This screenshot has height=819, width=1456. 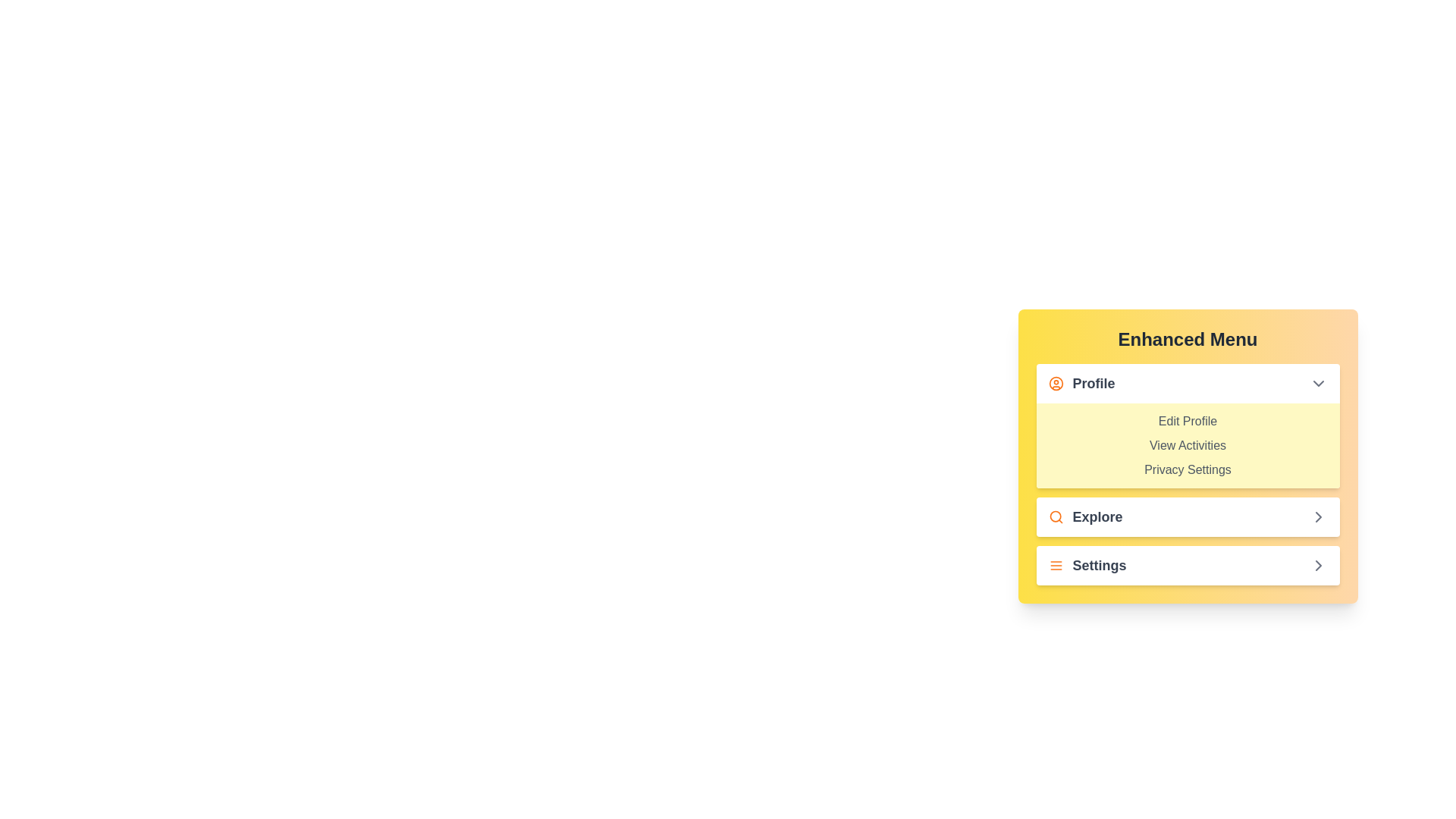 I want to click on the chevron icon located at the rightmost position within the 'Settings' item in the menu list, which indicates navigation to a deeper menu or page, so click(x=1317, y=516).